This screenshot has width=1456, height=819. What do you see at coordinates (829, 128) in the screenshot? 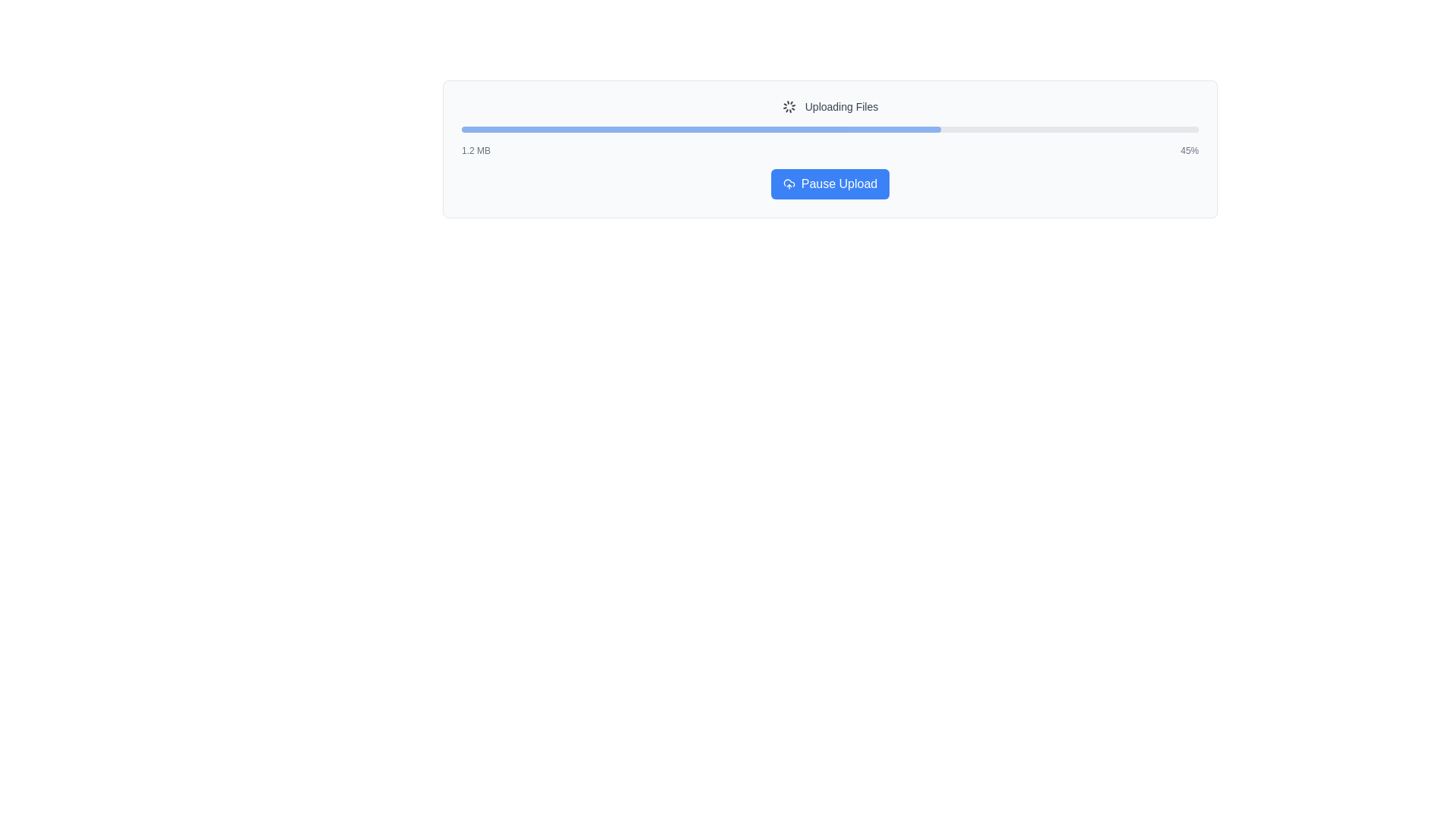
I see `the progress bar that visually represents the progress of an ongoing upload, located centrally with the label 'Uploading Files' above it` at bounding box center [829, 128].